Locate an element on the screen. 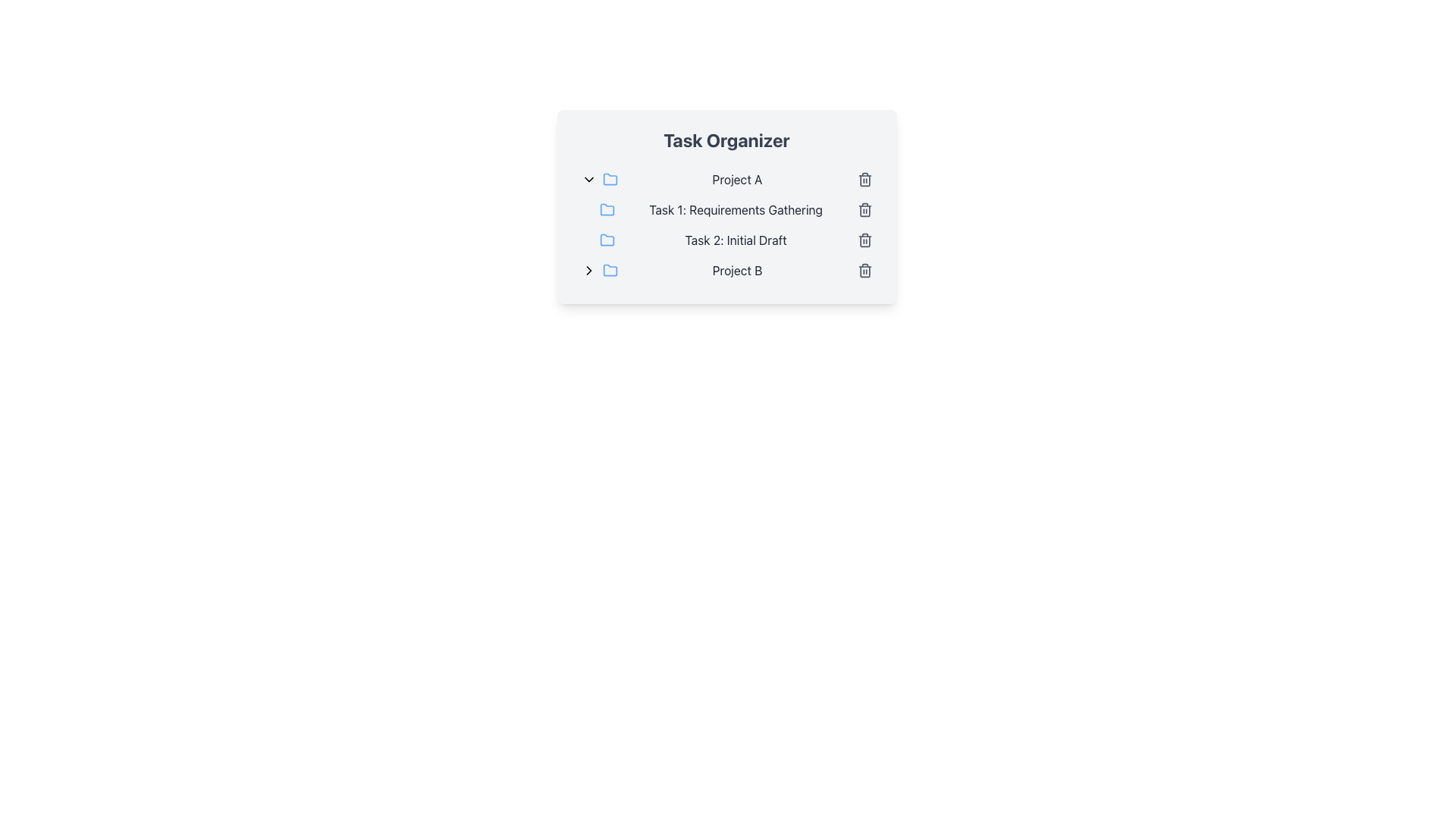 This screenshot has height=819, width=1456. a task or project within the central Content Panel is located at coordinates (726, 207).